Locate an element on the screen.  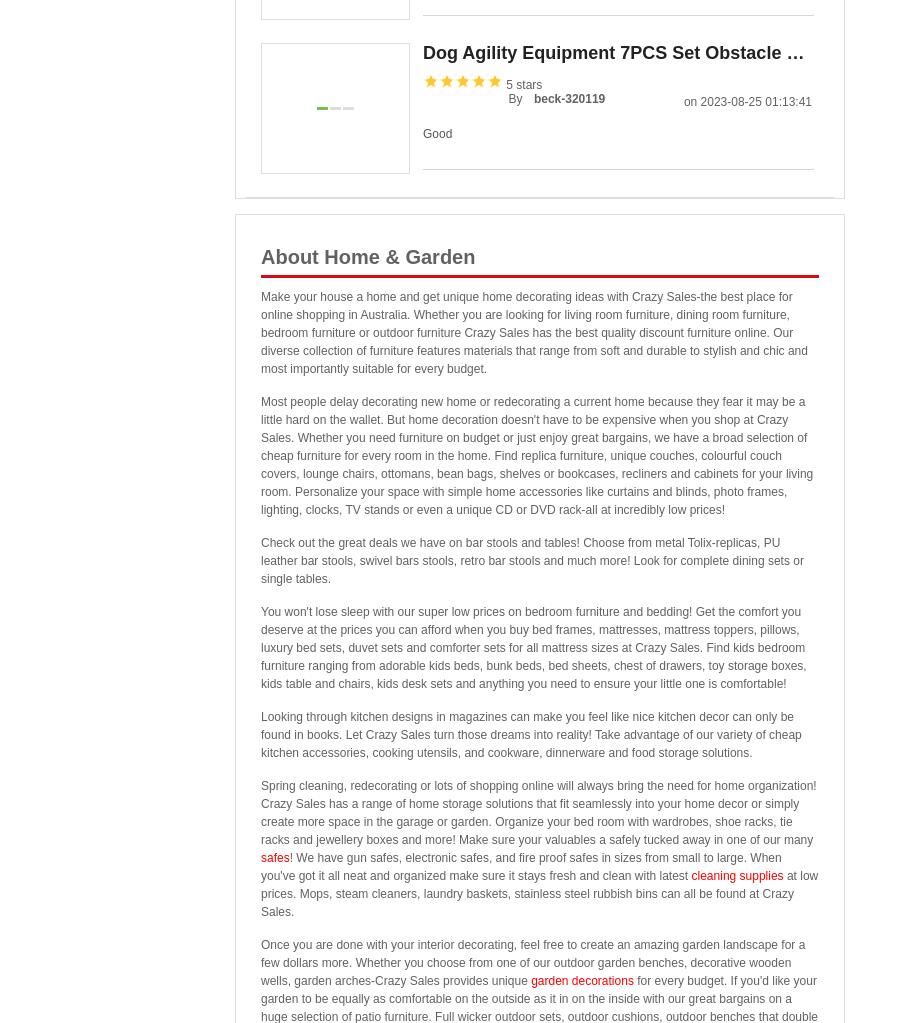
'at low prices. Mops, steam cleaners, laundry baskets, stainless steel rubbish bins can all be found at Crazy Sales.' is located at coordinates (539, 893).